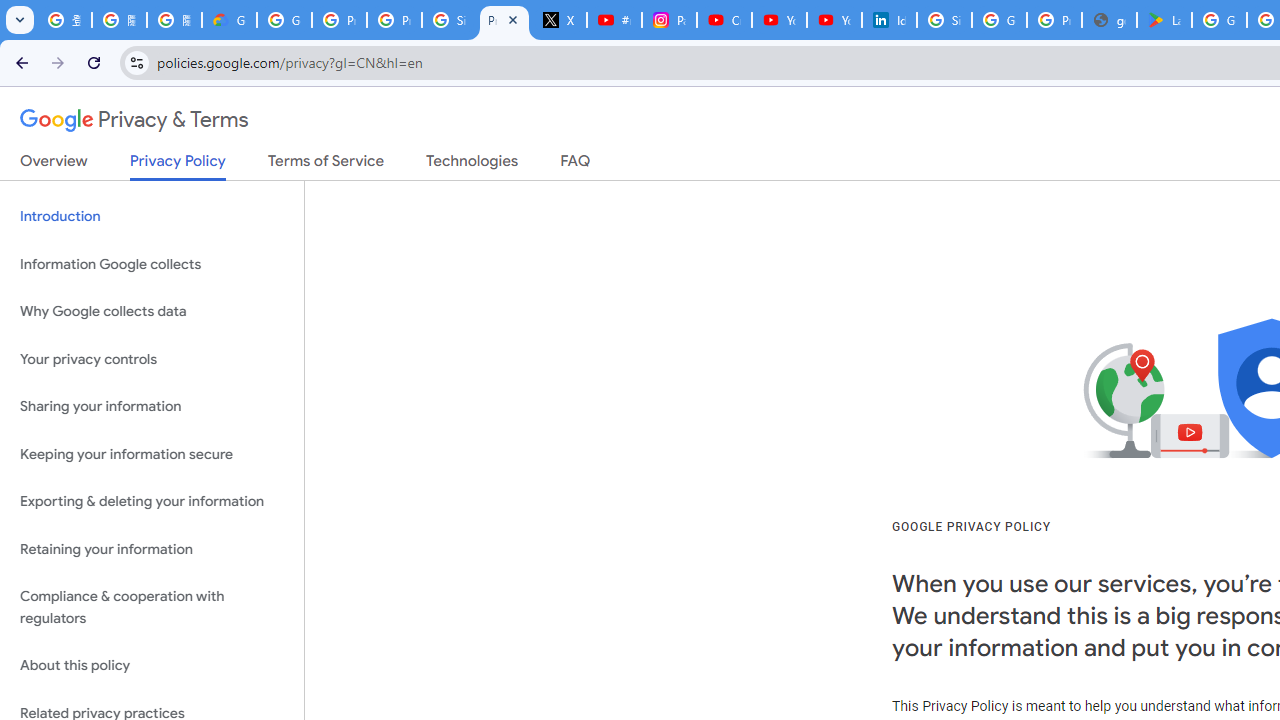  I want to click on 'Your privacy controls', so click(151, 358).